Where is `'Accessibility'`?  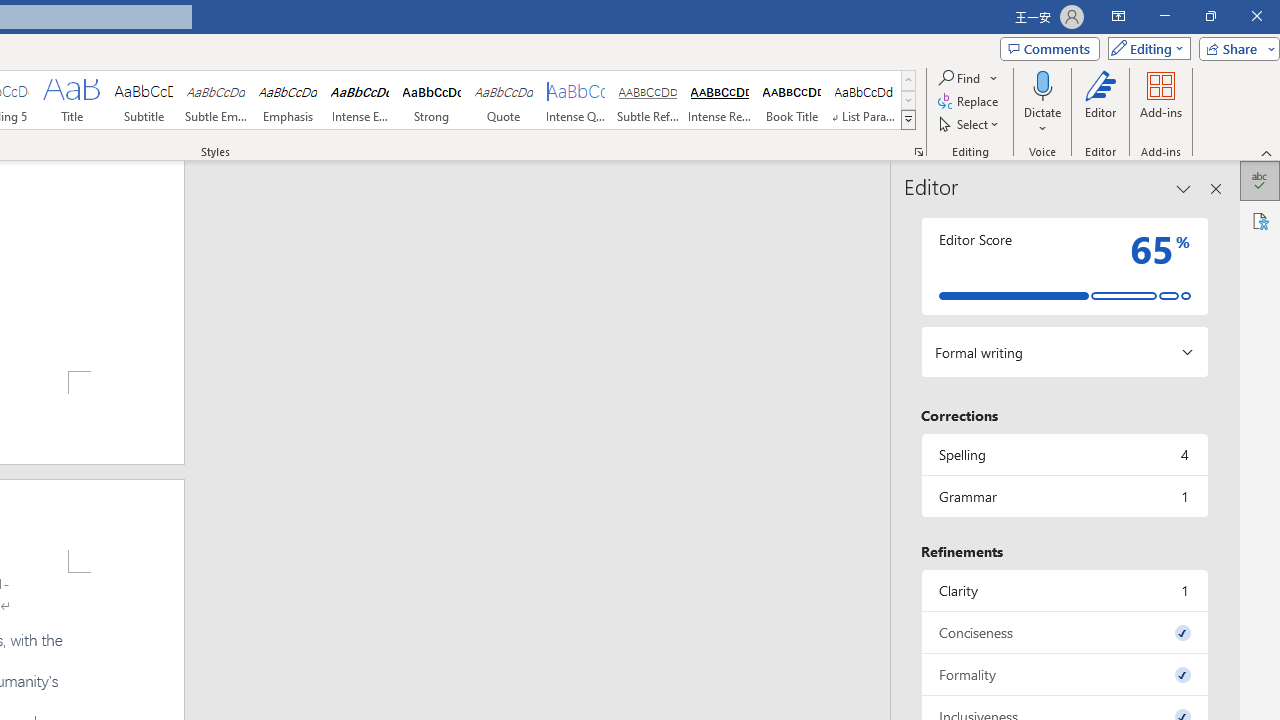 'Accessibility' is located at coordinates (1259, 221).